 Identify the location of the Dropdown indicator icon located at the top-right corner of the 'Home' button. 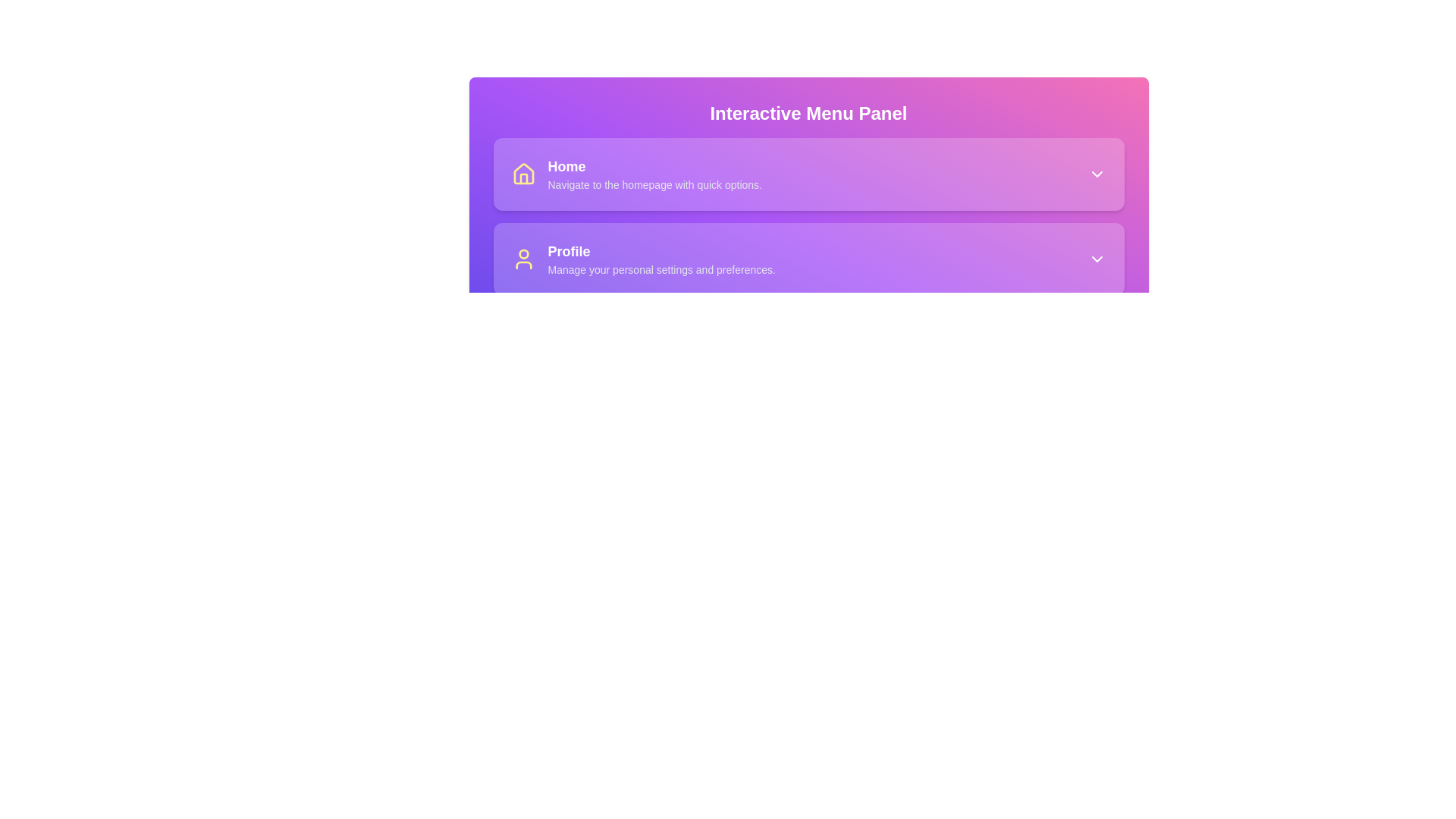
(1097, 174).